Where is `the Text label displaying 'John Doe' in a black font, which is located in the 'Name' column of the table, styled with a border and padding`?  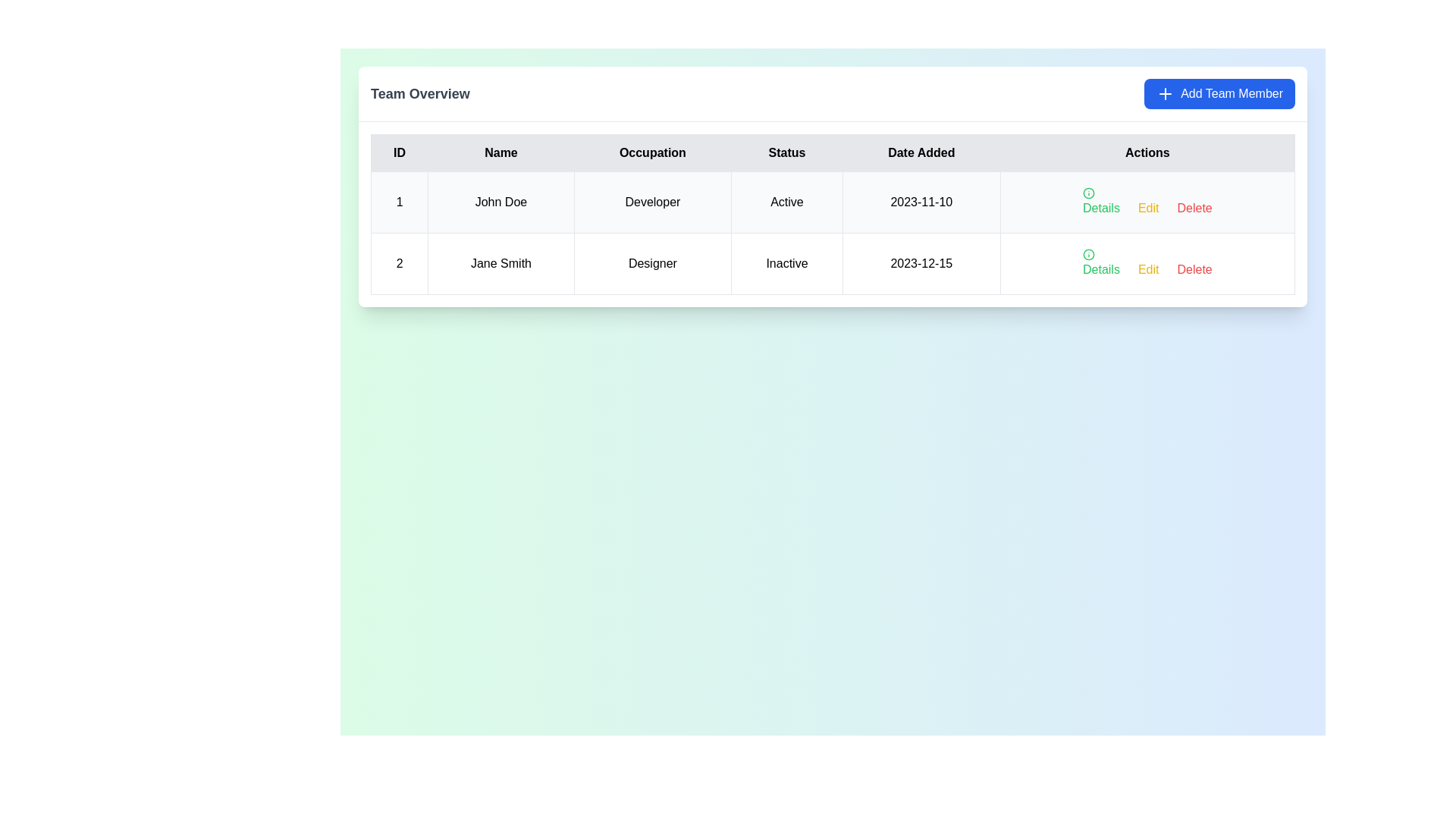 the Text label displaying 'John Doe' in a black font, which is located in the 'Name' column of the table, styled with a border and padding is located at coordinates (501, 201).